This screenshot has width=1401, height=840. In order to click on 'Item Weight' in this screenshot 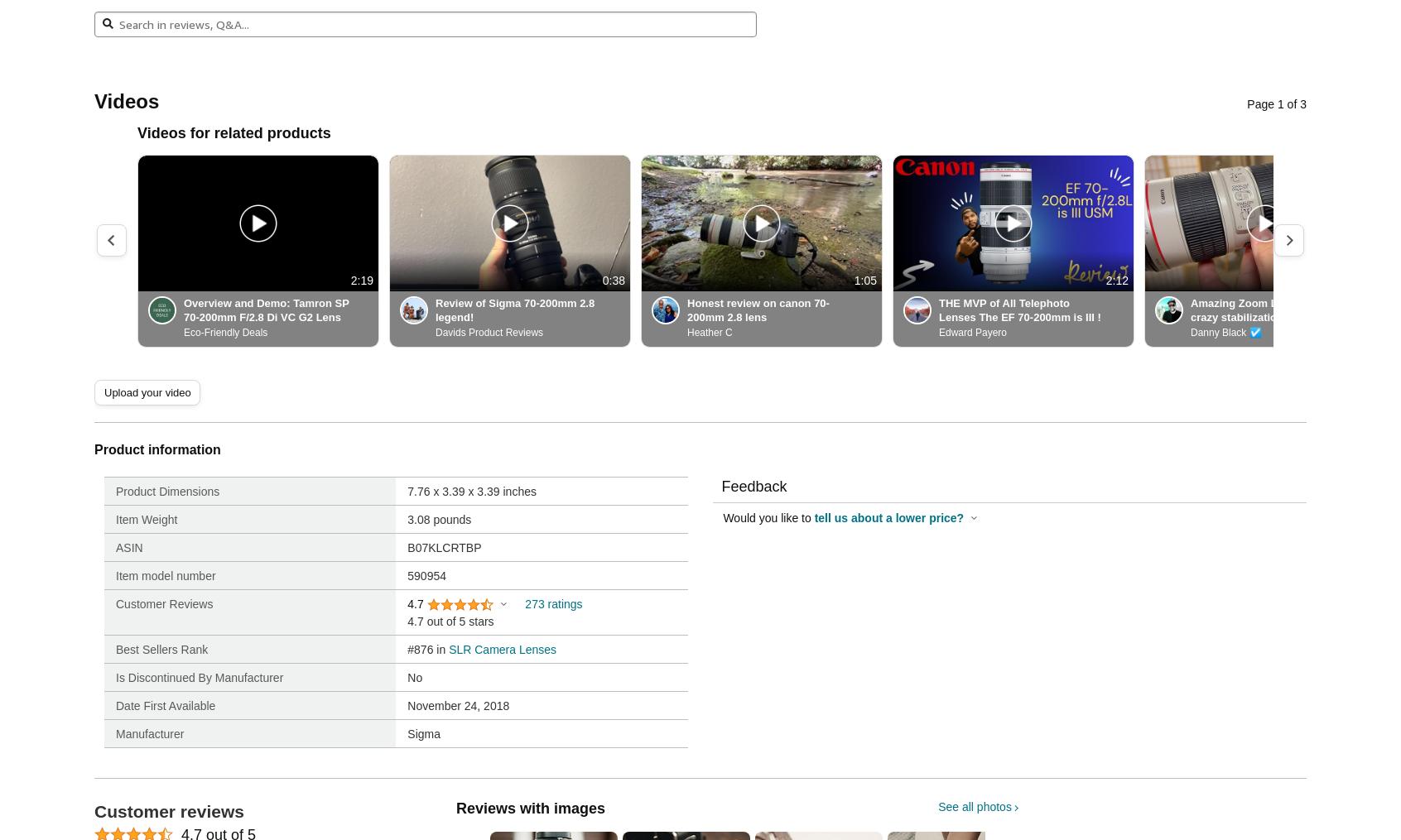, I will do `click(145, 517)`.